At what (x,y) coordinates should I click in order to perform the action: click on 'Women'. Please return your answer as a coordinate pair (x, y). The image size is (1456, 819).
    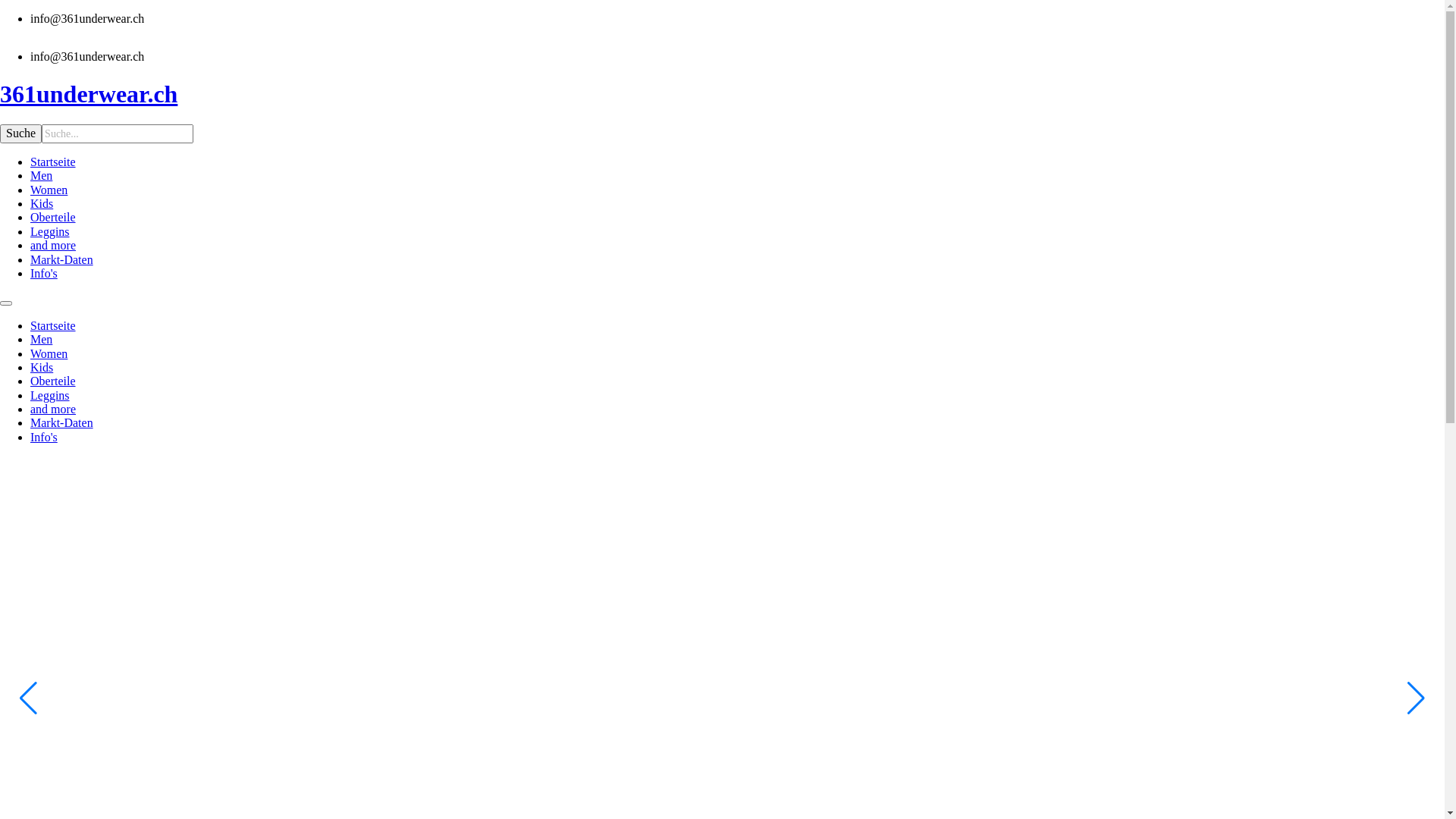
    Looking at the image, I should click on (49, 353).